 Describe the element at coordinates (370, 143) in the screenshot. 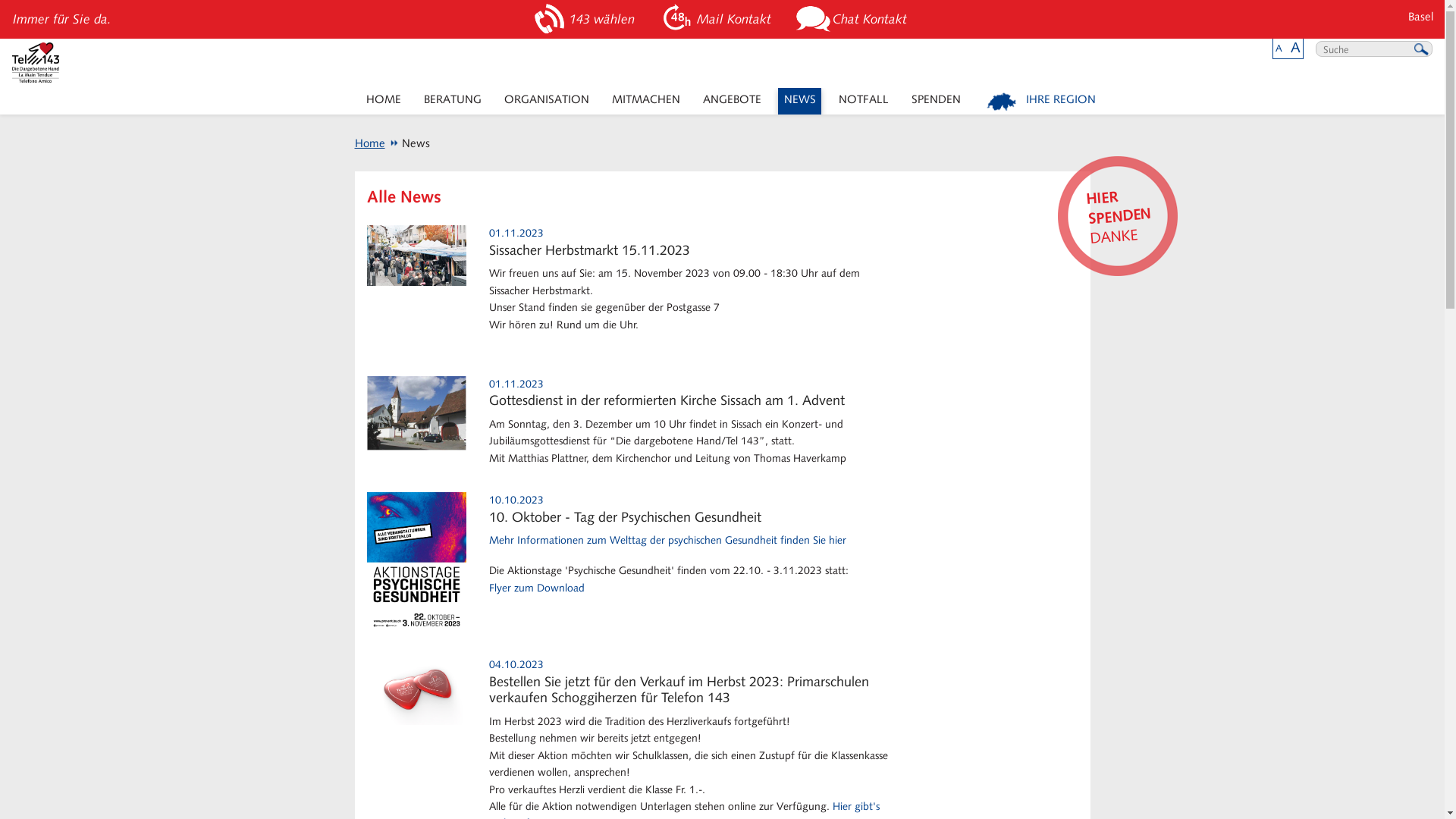

I see `'Home'` at that location.